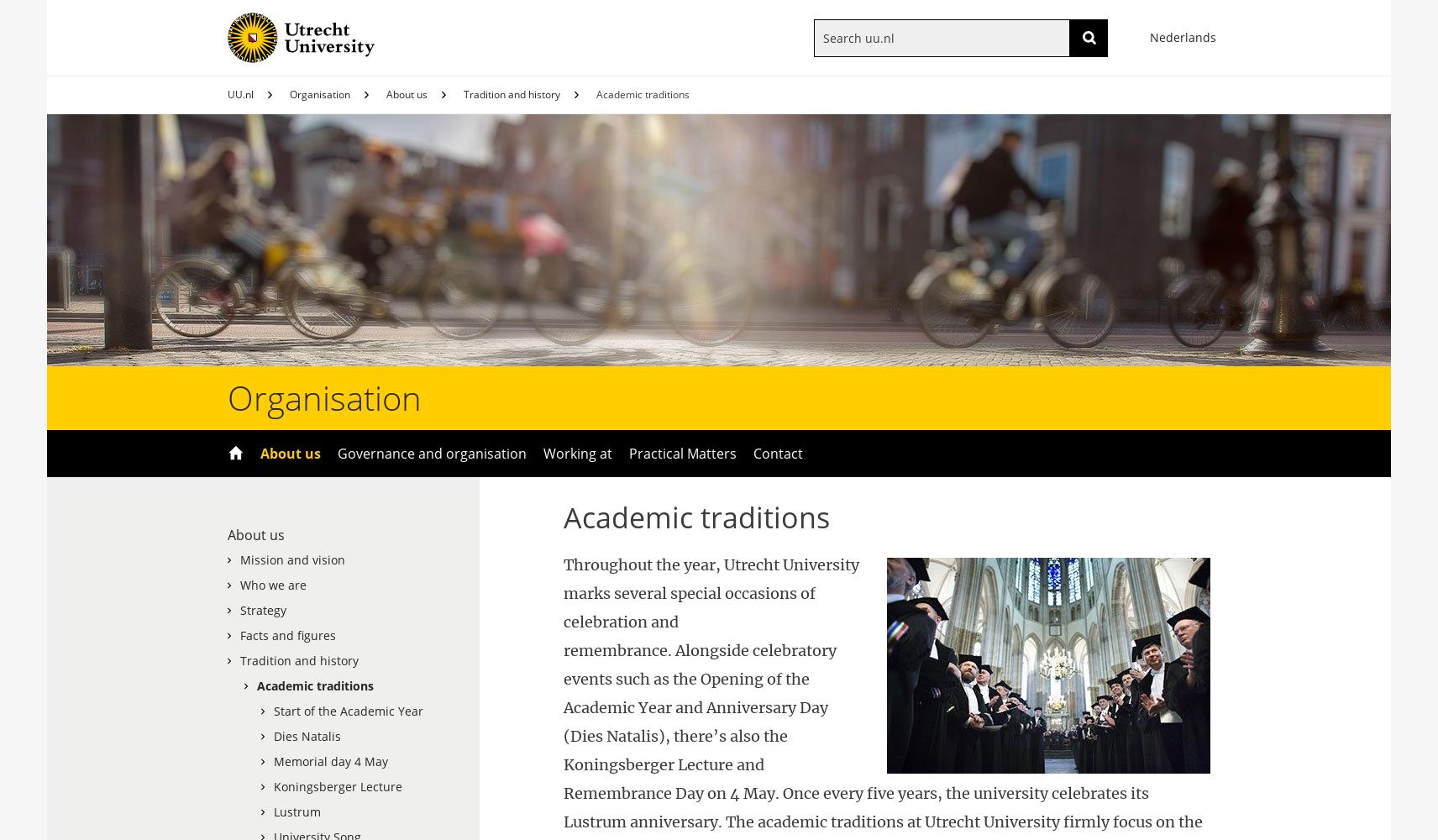  Describe the element at coordinates (861, 69) in the screenshot. I see `'Subject'` at that location.